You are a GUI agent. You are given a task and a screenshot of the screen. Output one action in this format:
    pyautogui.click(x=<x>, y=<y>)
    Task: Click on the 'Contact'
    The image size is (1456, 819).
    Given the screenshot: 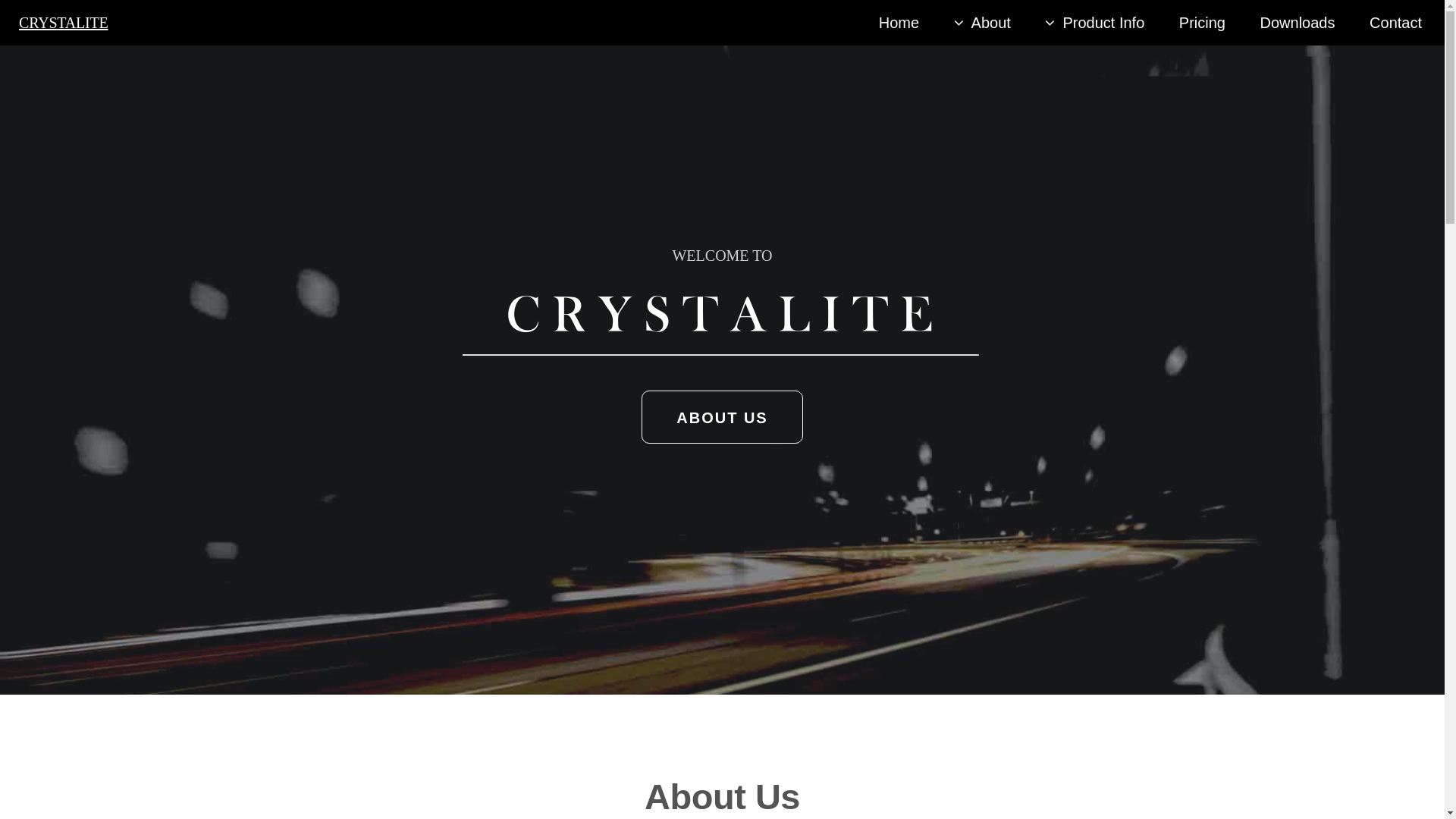 What is the action you would take?
    pyautogui.click(x=1395, y=23)
    